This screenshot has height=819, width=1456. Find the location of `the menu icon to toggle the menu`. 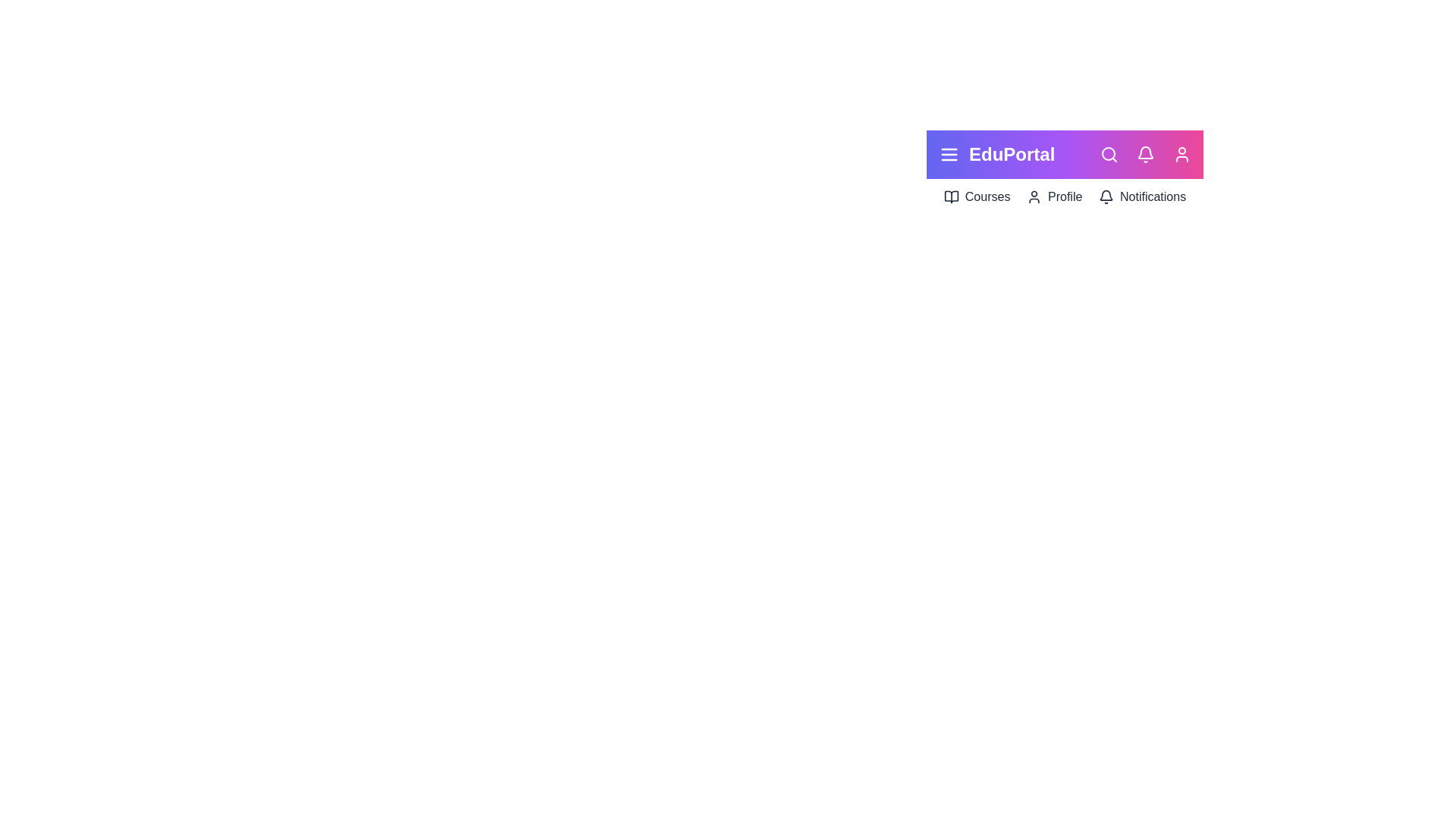

the menu icon to toggle the menu is located at coordinates (949, 155).